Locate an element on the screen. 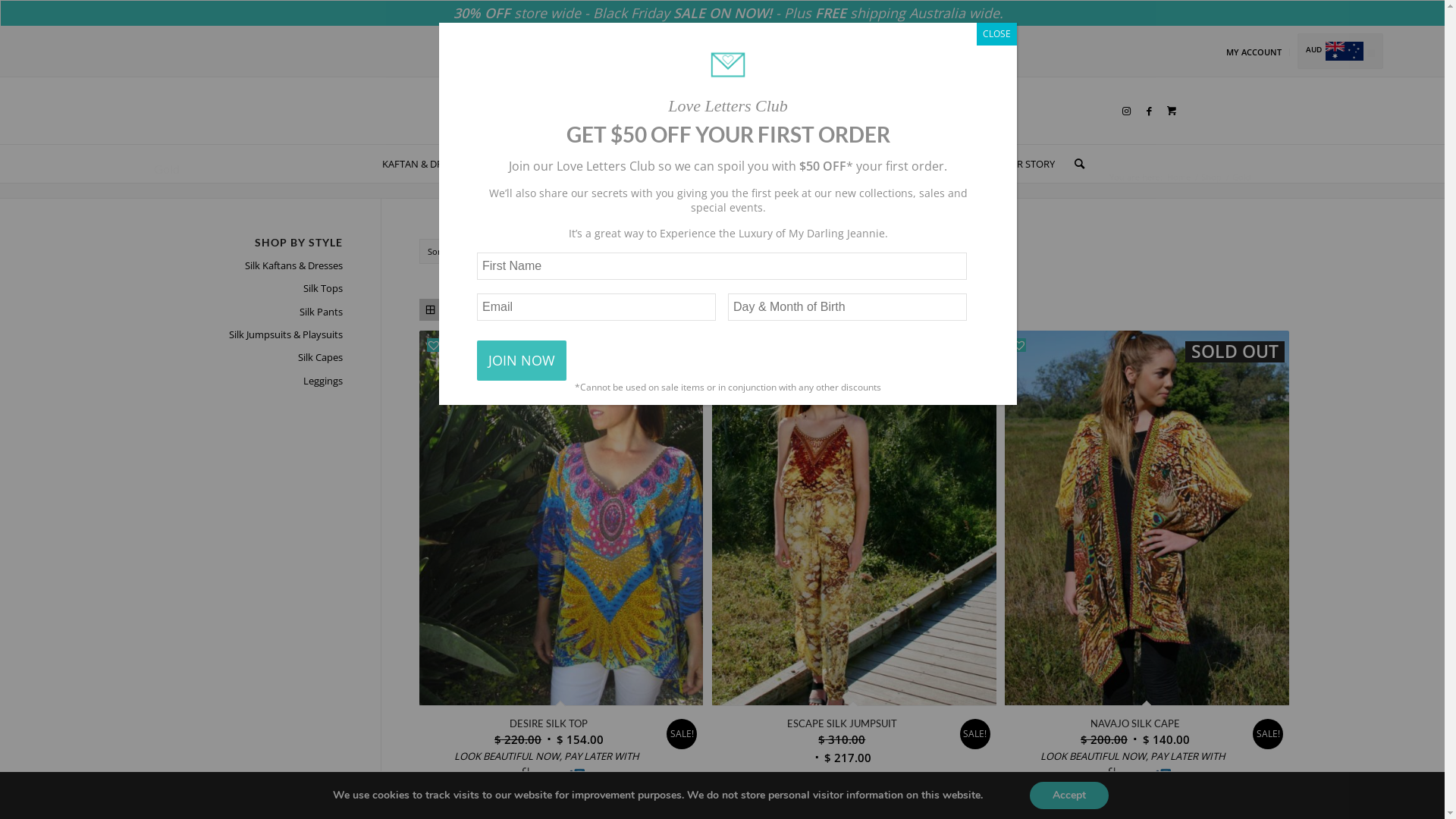 The width and height of the screenshot is (1456, 819). 'Leggings' is located at coordinates (247, 380).